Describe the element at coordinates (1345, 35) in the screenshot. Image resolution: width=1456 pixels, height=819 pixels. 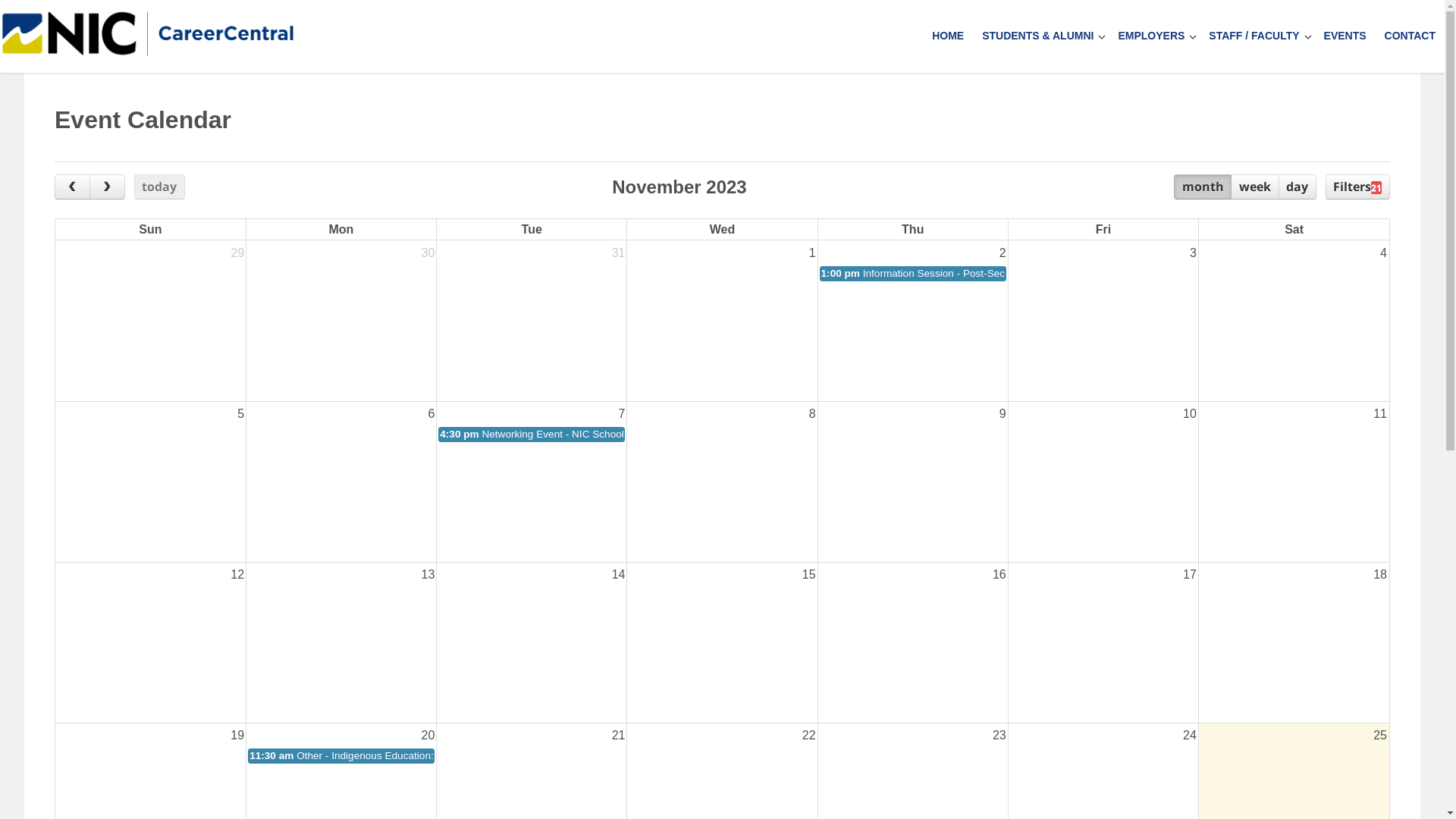
I see `'EVENTS'` at that location.